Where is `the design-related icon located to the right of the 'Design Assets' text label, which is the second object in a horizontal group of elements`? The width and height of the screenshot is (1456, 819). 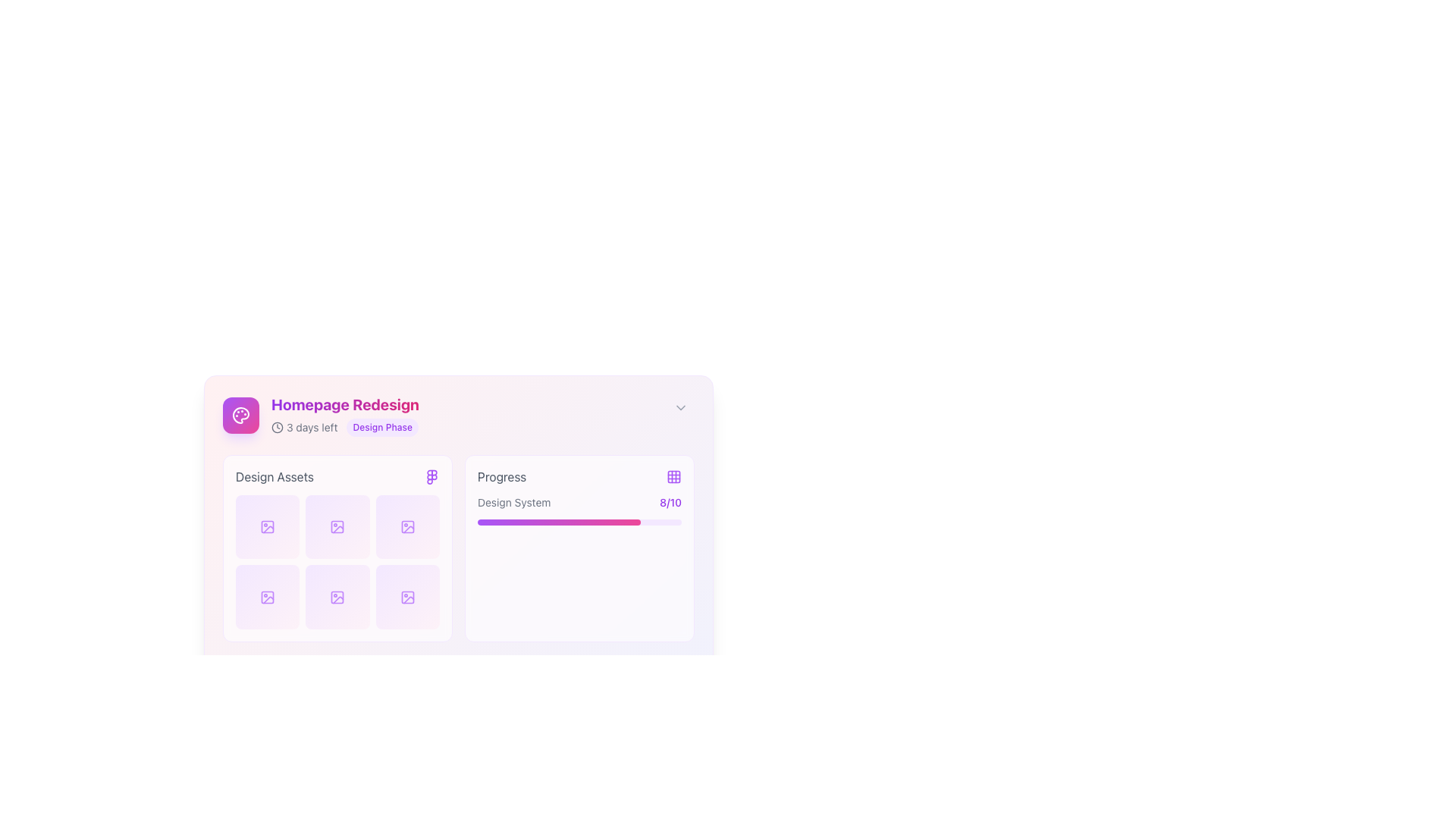
the design-related icon located to the right of the 'Design Assets' text label, which is the second object in a horizontal group of elements is located at coordinates (431, 475).